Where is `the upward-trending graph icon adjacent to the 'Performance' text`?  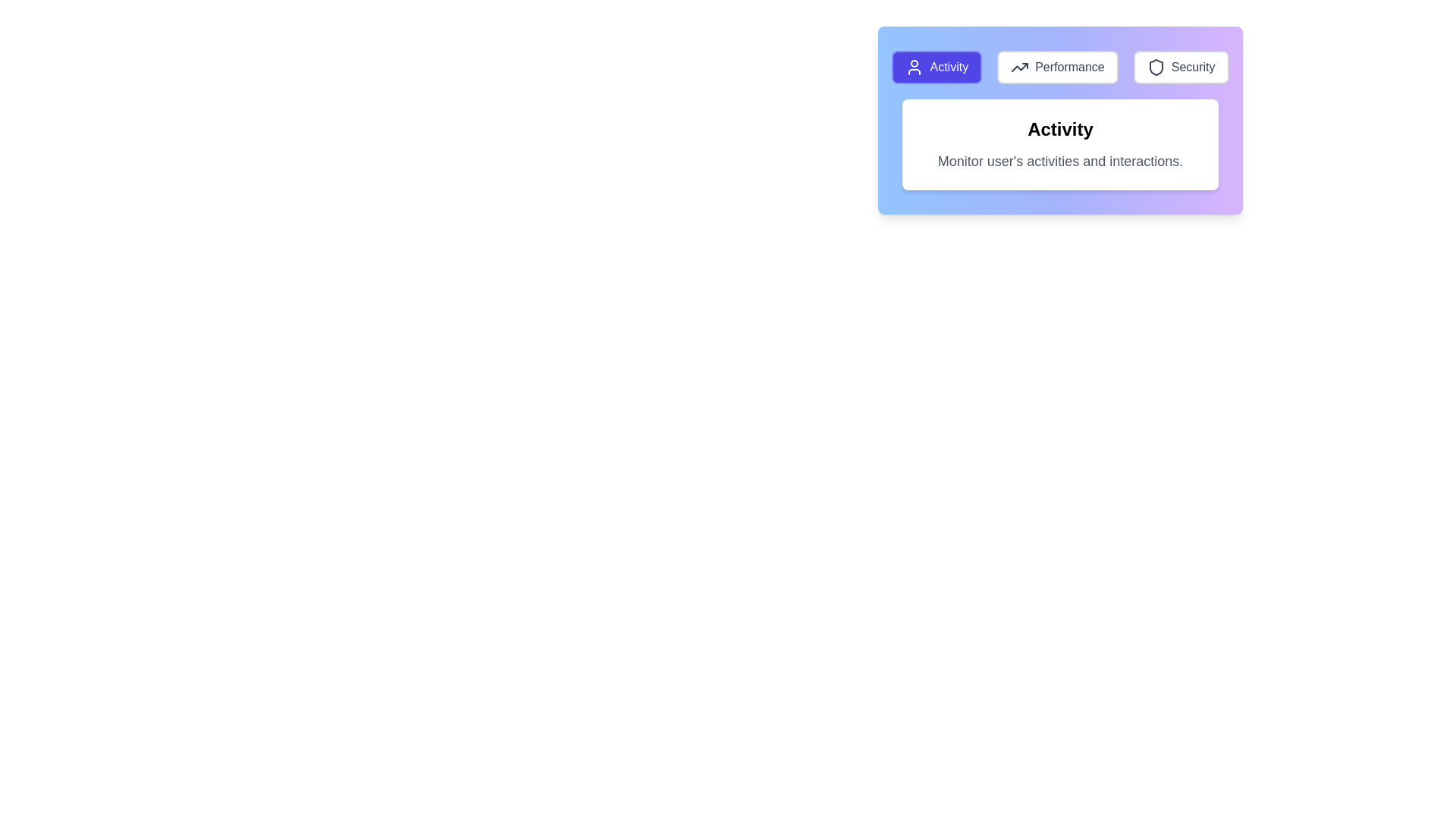 the upward-trending graph icon adjacent to the 'Performance' text is located at coordinates (1020, 66).